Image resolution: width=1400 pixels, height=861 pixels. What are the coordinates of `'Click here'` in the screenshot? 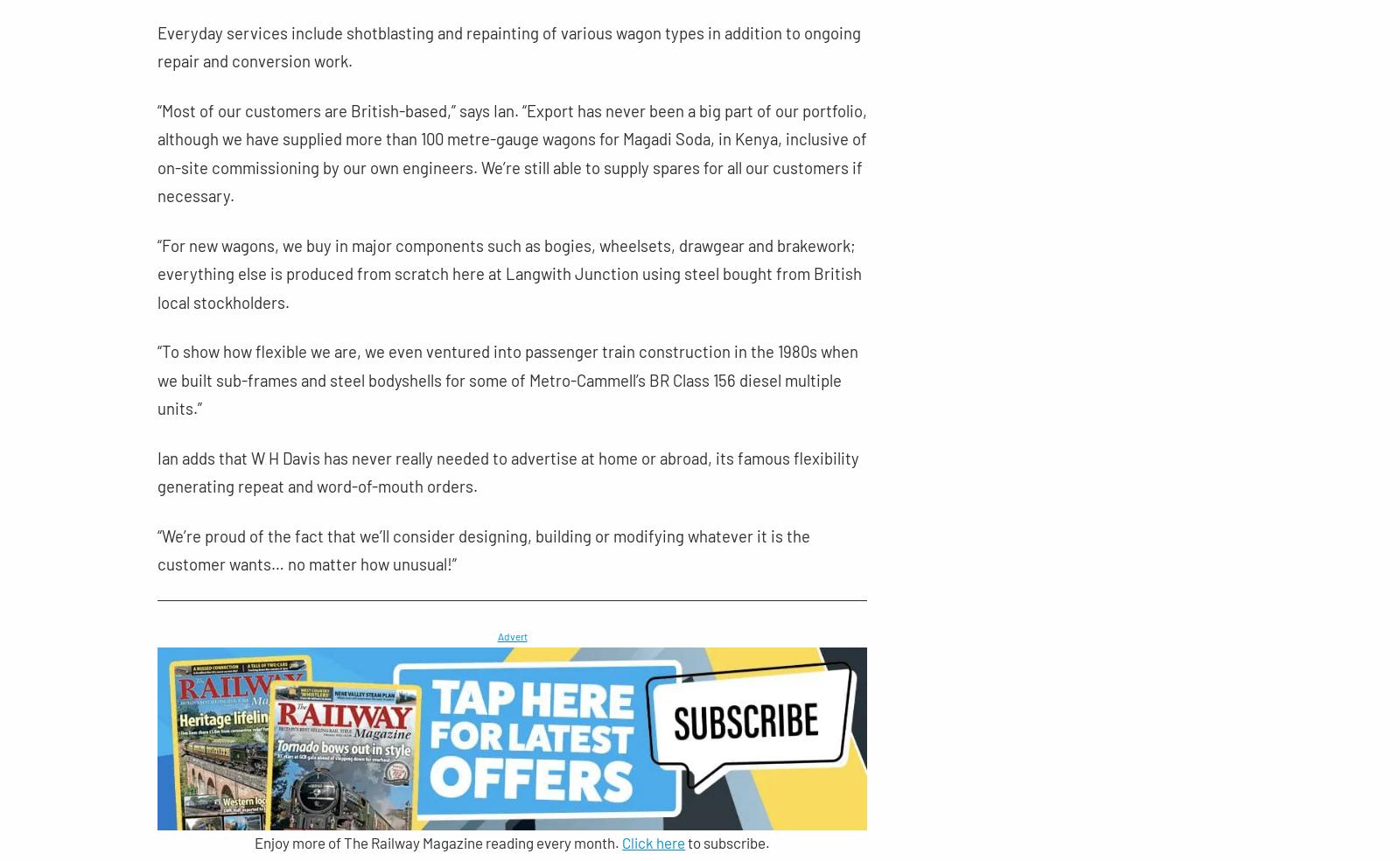 It's located at (654, 843).